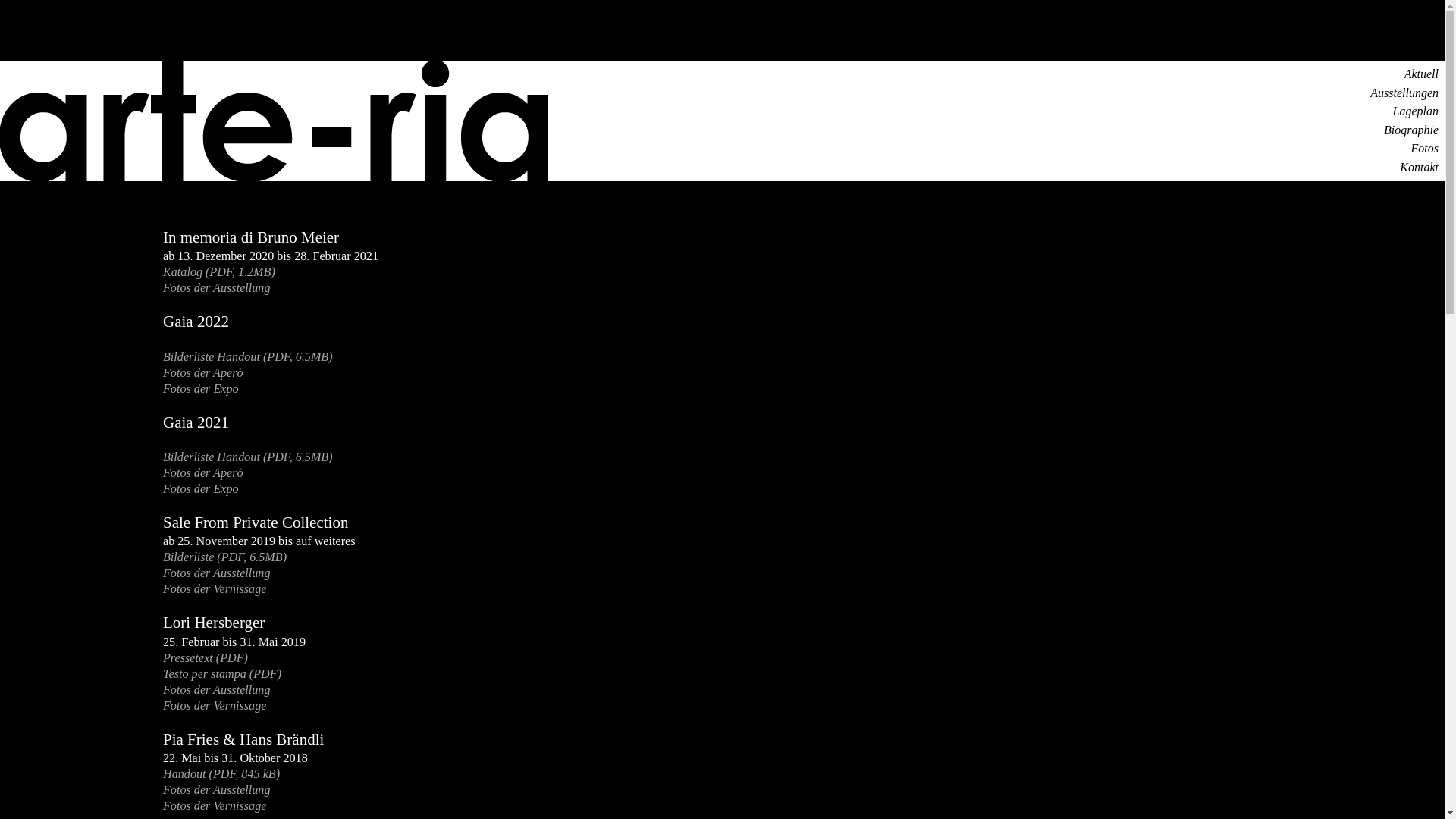 This screenshot has width=1456, height=819. What do you see at coordinates (221, 773) in the screenshot?
I see `'Handout (PDF, 845 kB)'` at bounding box center [221, 773].